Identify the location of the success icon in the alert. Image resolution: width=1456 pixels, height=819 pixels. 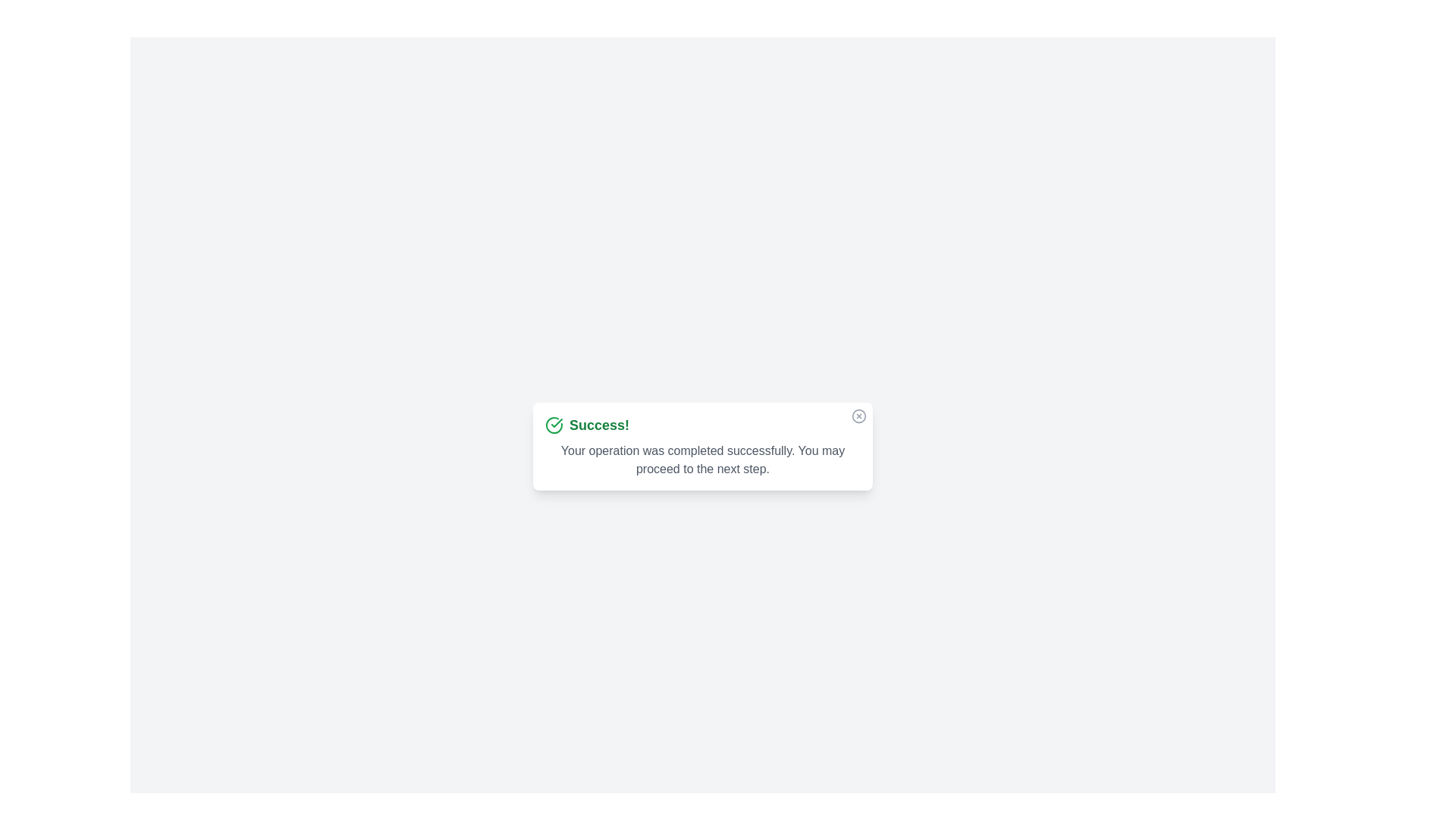
(553, 425).